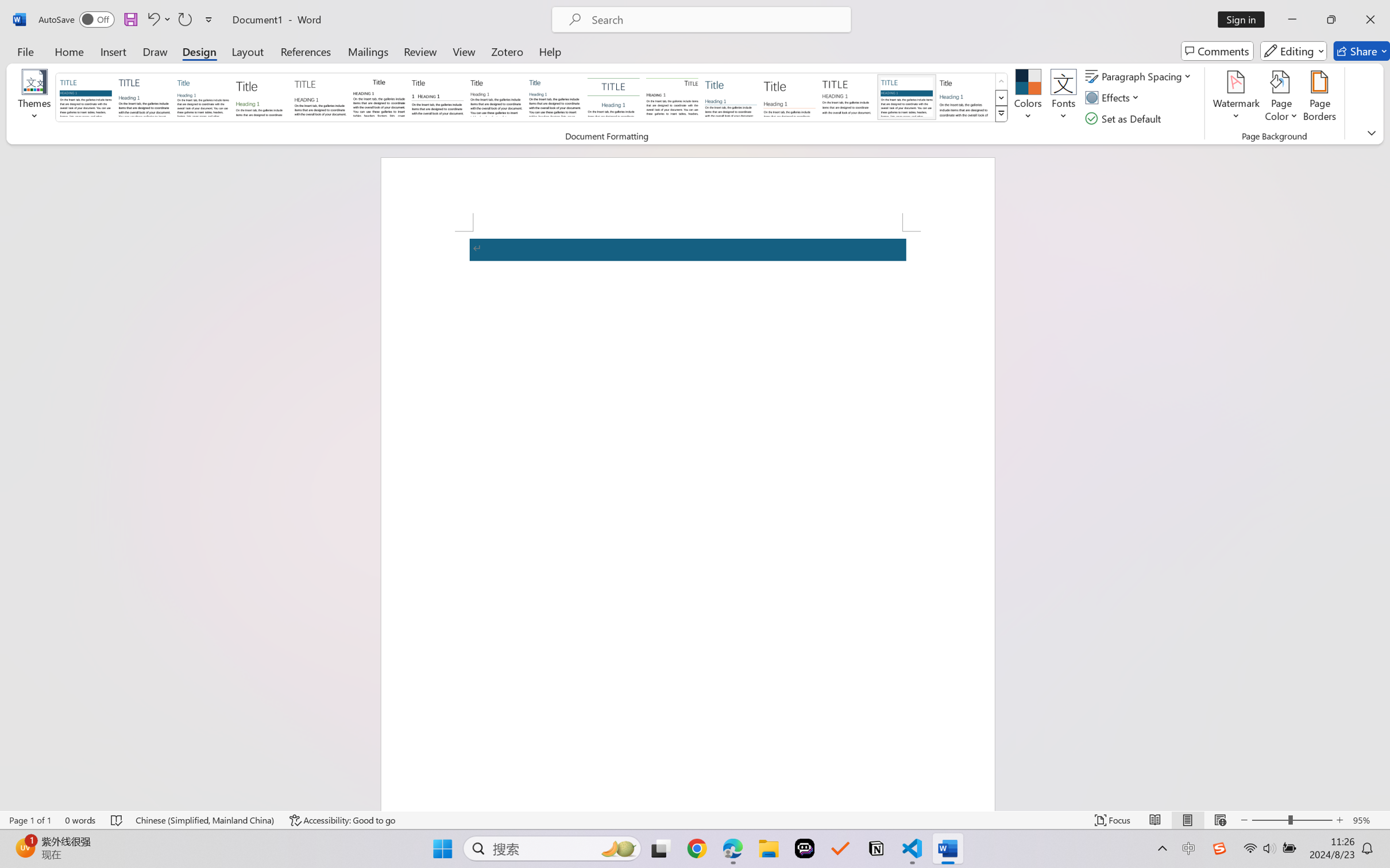  What do you see at coordinates (1236, 98) in the screenshot?
I see `'Watermark'` at bounding box center [1236, 98].